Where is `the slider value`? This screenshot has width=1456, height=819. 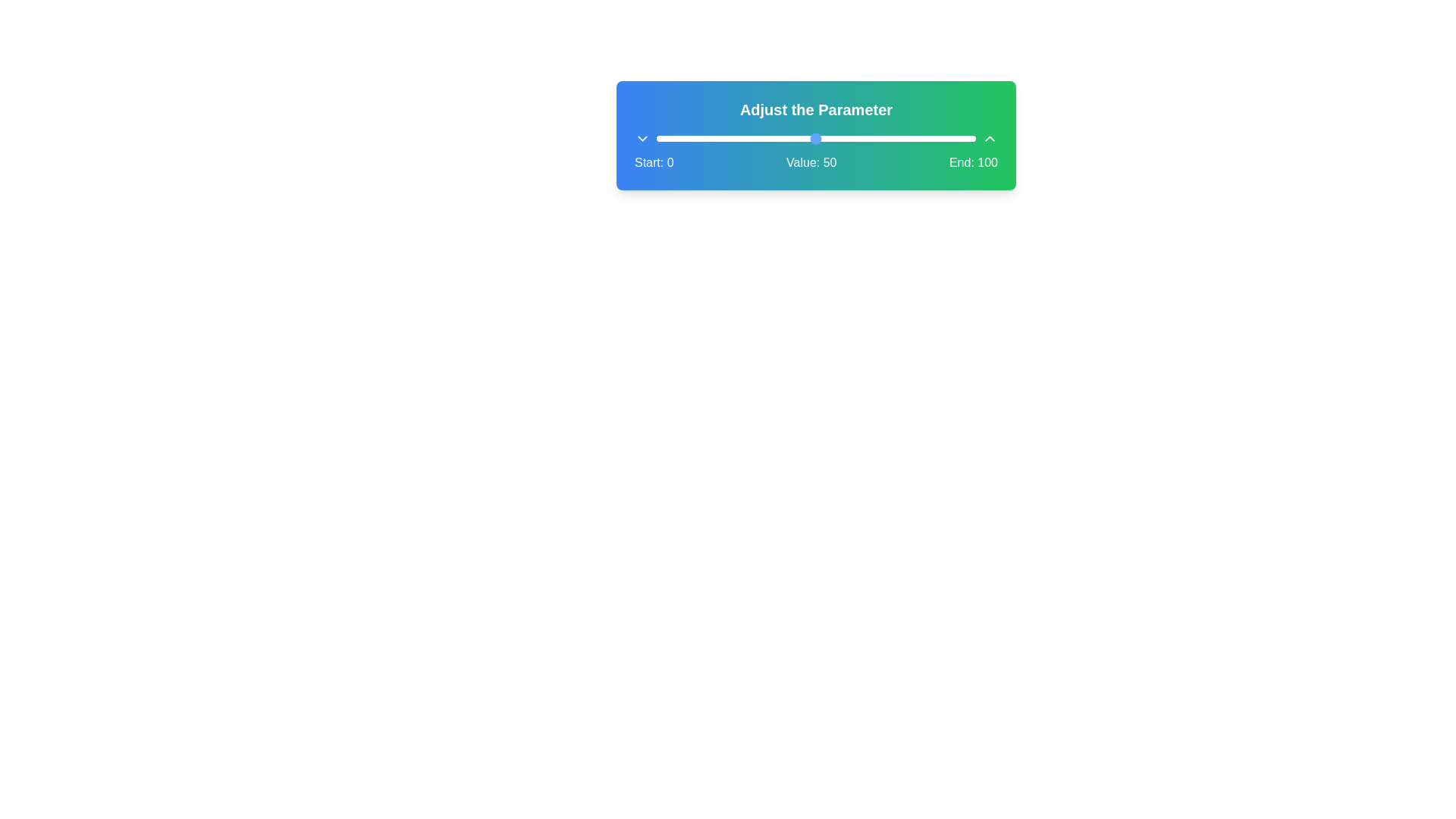 the slider value is located at coordinates (752, 138).